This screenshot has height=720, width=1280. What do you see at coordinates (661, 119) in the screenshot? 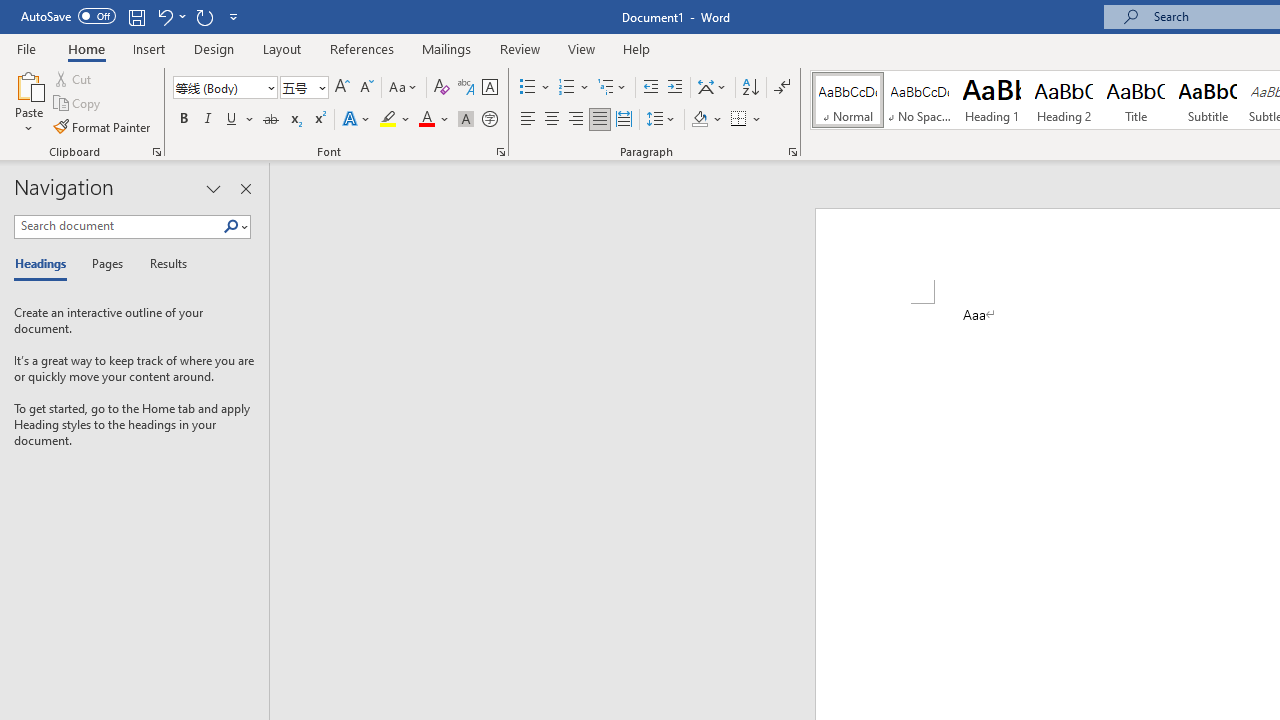
I see `'Line and Paragraph Spacing'` at bounding box center [661, 119].